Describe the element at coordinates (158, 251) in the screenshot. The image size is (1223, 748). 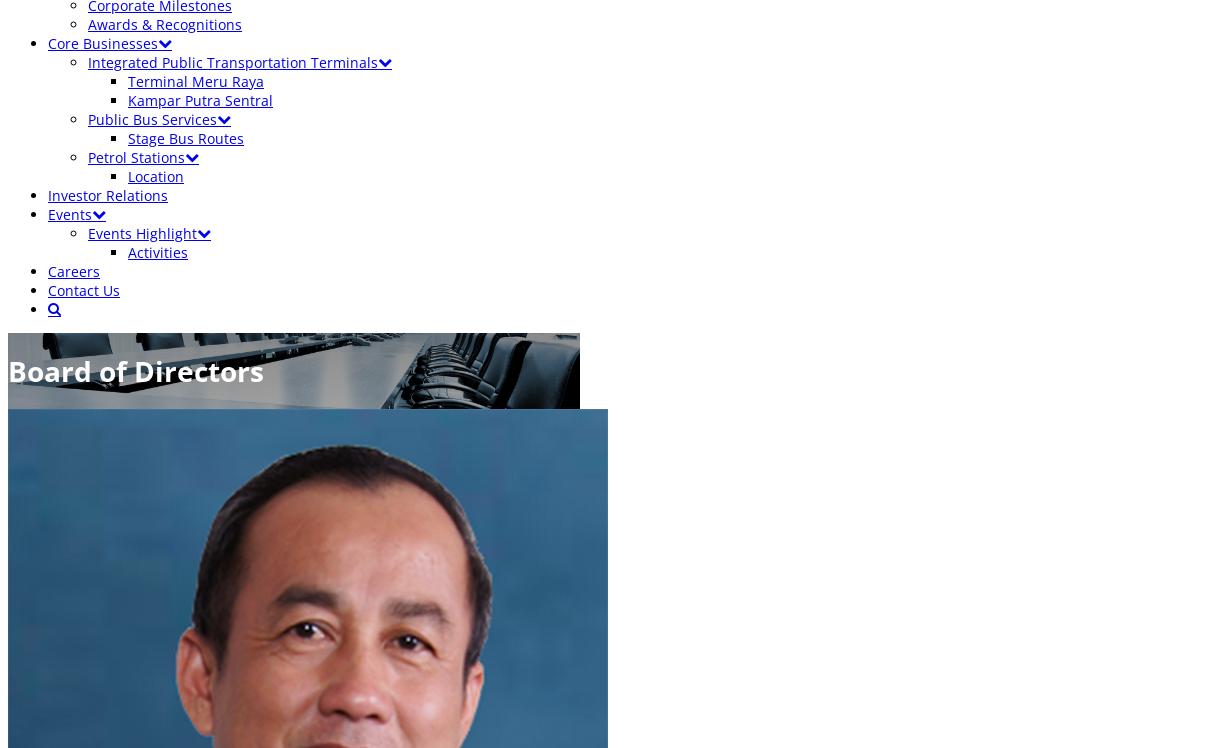
I see `'Activities'` at that location.